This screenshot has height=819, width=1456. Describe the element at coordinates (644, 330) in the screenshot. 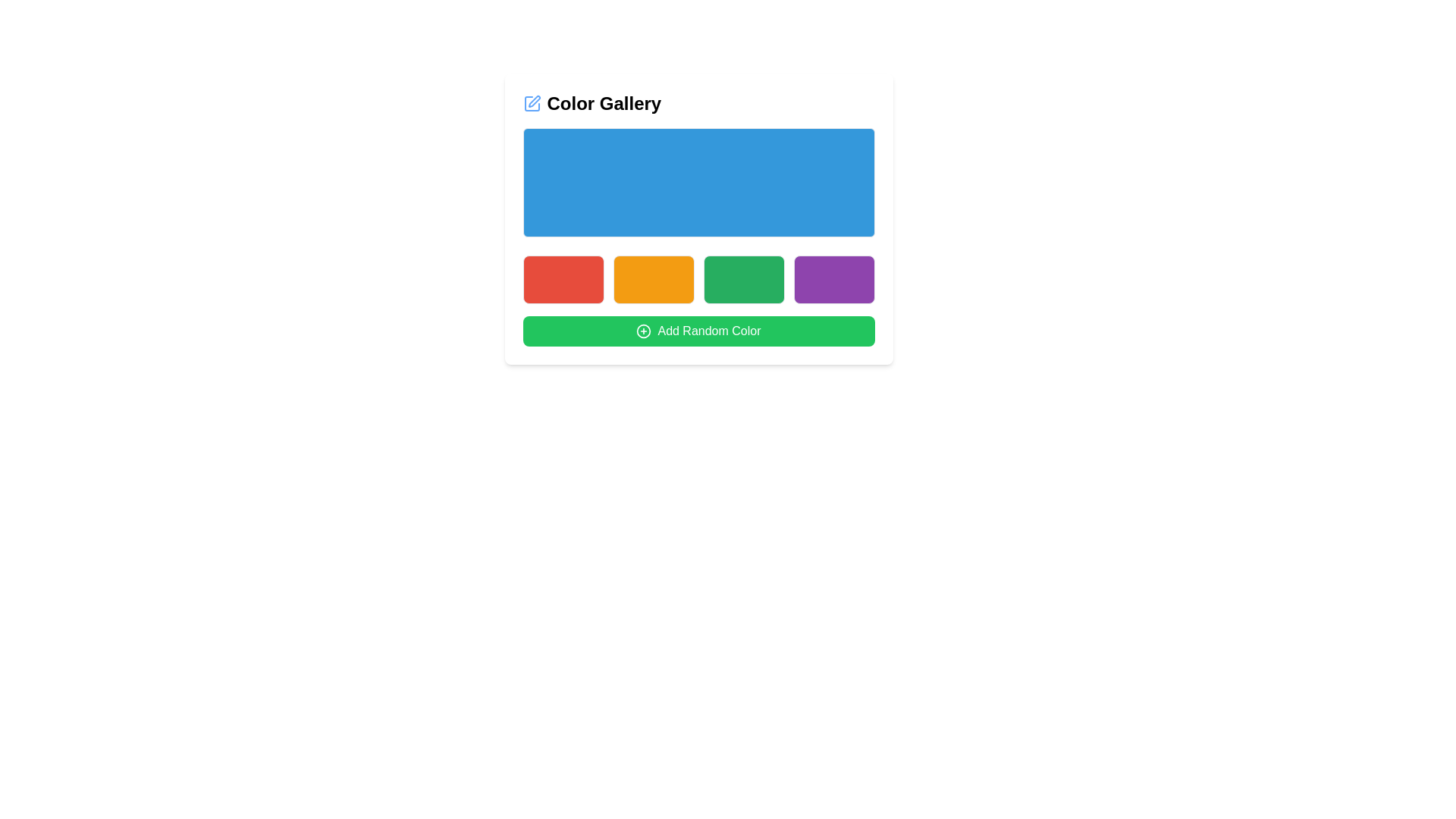

I see `the SVG Graphic (Circle with Plus Symbol) located centrally within the green button labeled 'Add Random Color' at the bottom center of the 'Color Gallery' card layout` at that location.